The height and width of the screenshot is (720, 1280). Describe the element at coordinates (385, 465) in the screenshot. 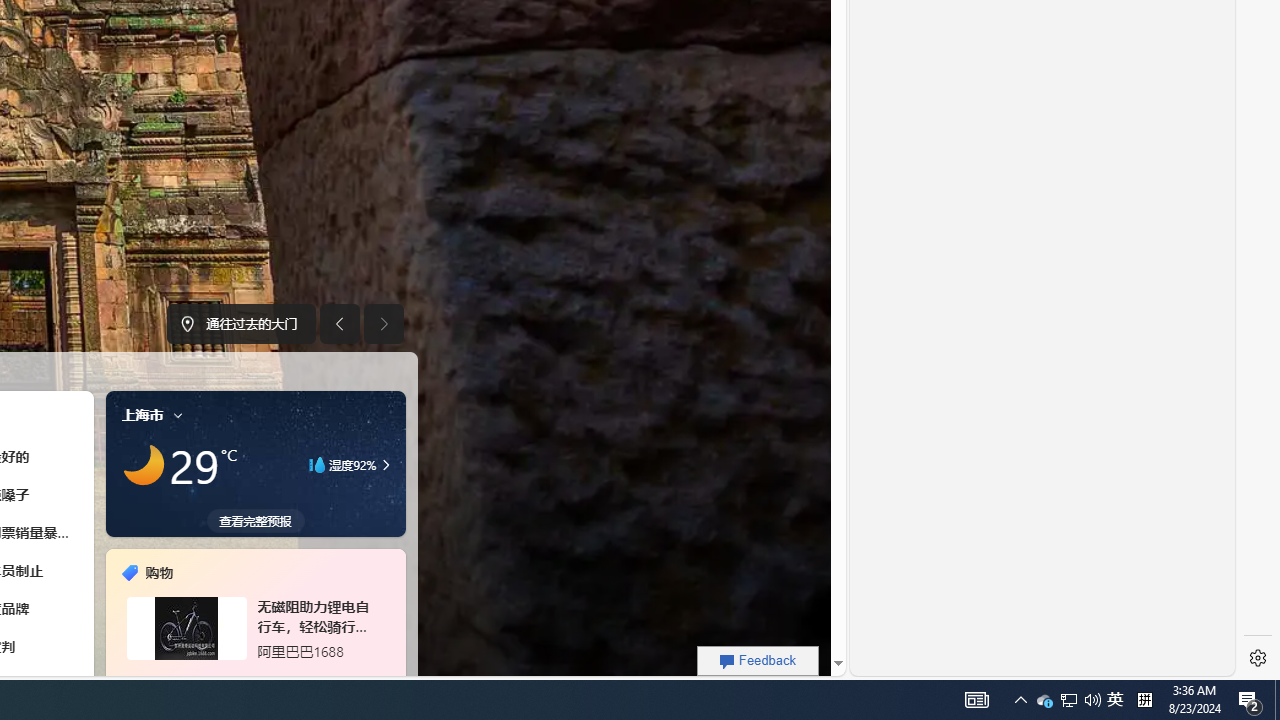

I see `'Class: weather-arrow-glyph'` at that location.